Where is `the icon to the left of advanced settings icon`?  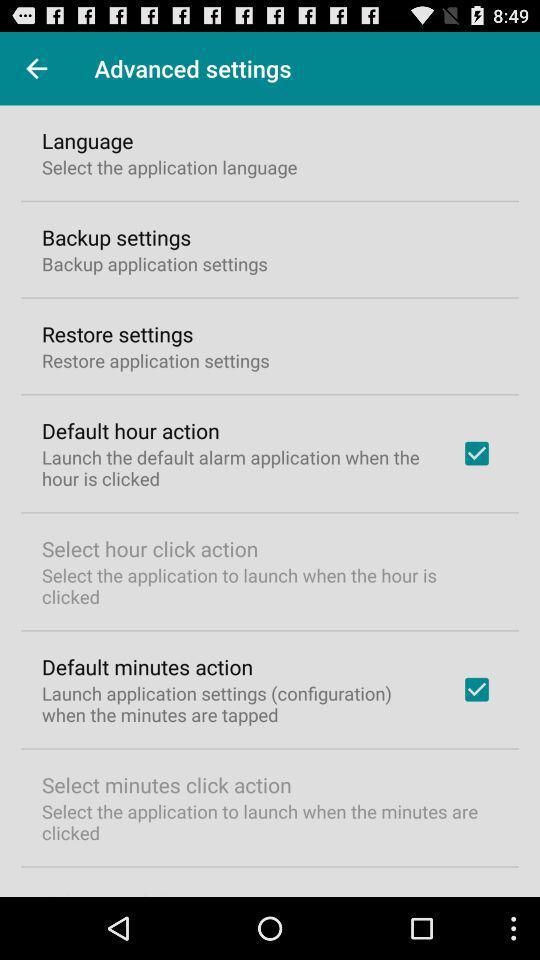 the icon to the left of advanced settings icon is located at coordinates (36, 68).